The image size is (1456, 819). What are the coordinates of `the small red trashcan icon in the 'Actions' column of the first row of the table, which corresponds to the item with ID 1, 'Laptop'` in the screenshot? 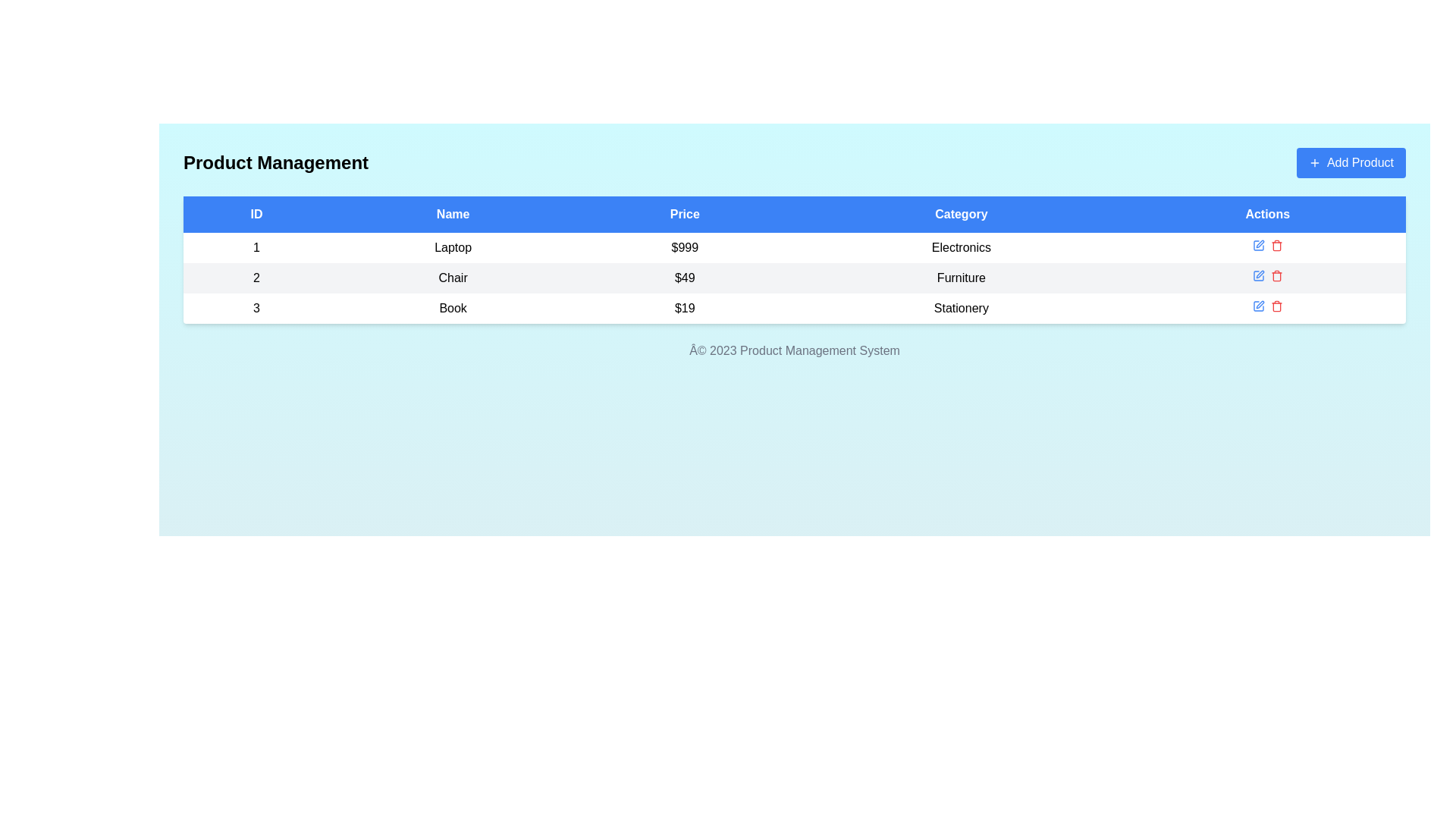 It's located at (1276, 245).